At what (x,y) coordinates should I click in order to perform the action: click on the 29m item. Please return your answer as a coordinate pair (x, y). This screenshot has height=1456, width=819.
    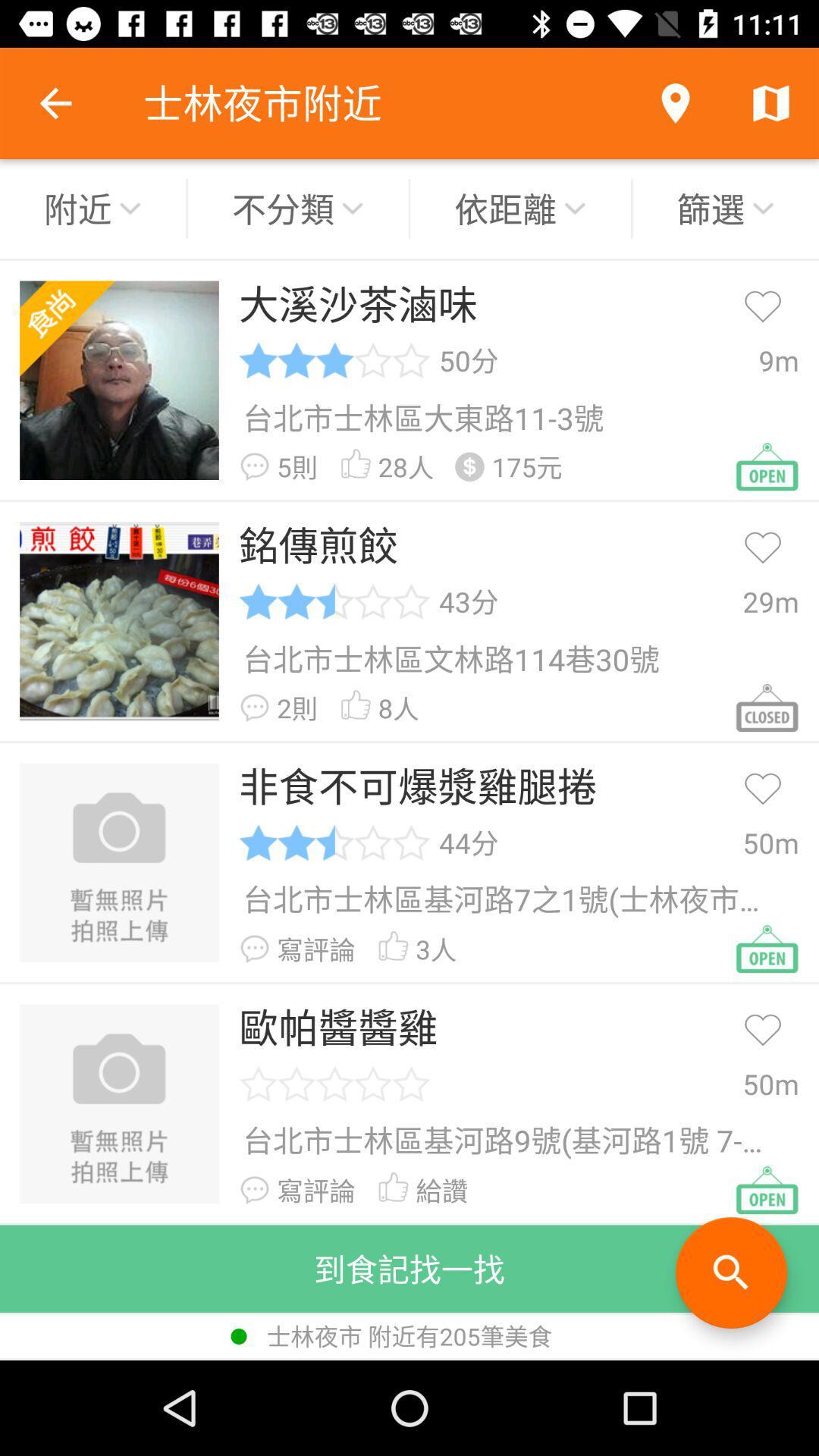
    Looking at the image, I should click on (770, 601).